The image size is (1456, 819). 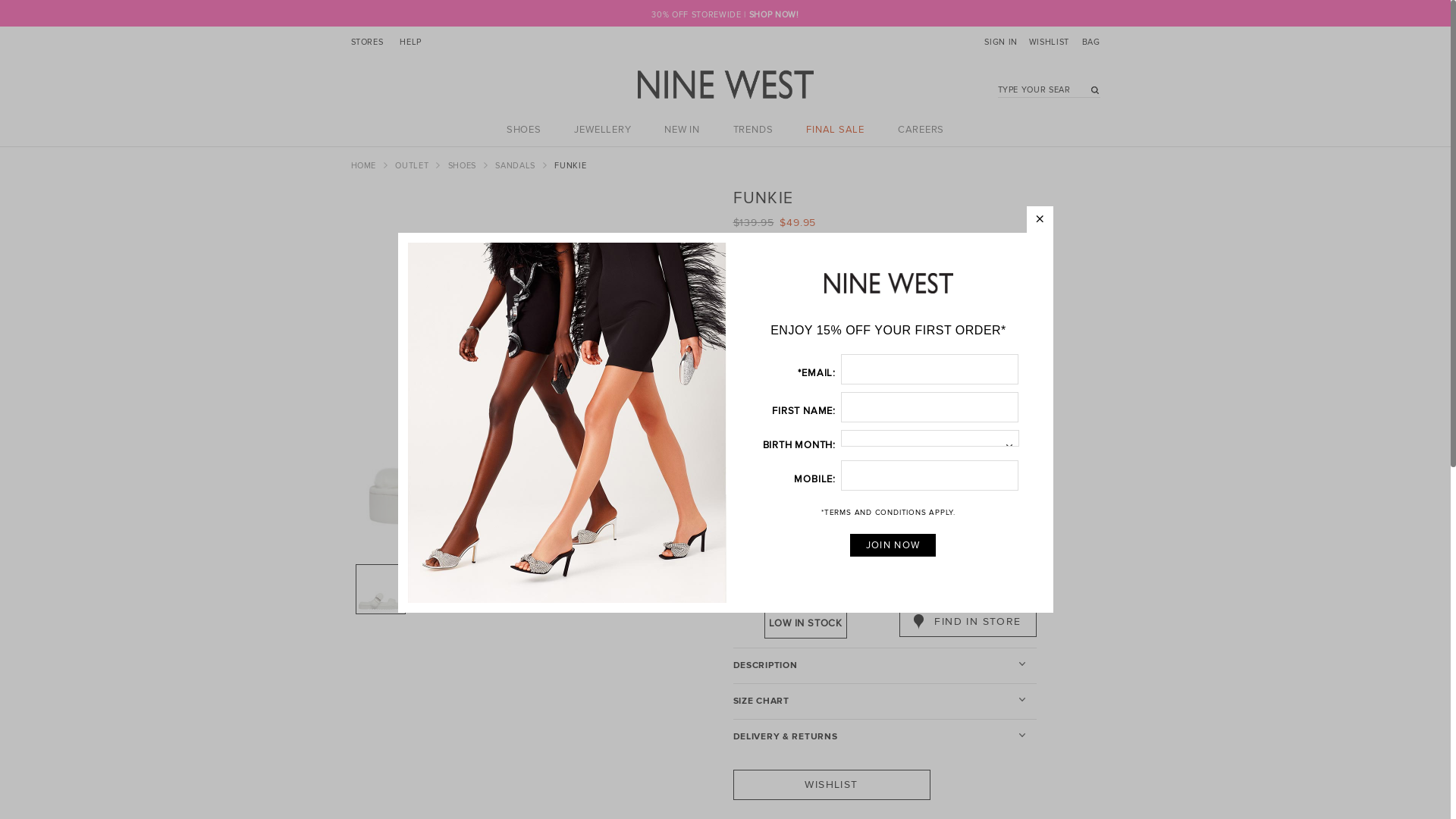 What do you see at coordinates (938, 371) in the screenshot?
I see `'7'` at bounding box center [938, 371].